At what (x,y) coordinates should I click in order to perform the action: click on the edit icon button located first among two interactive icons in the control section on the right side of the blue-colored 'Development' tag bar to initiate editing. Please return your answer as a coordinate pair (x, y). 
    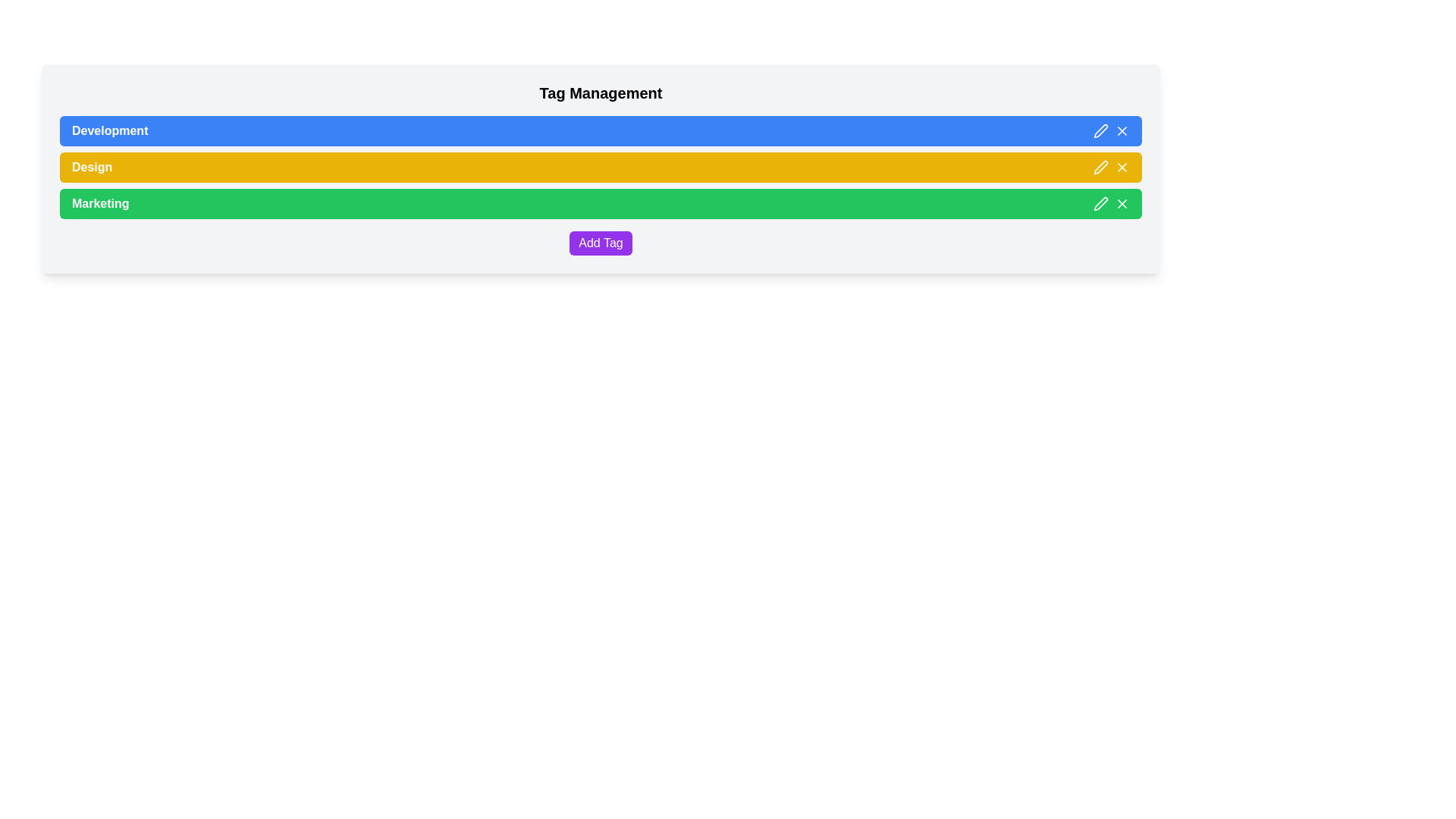
    Looking at the image, I should click on (1100, 130).